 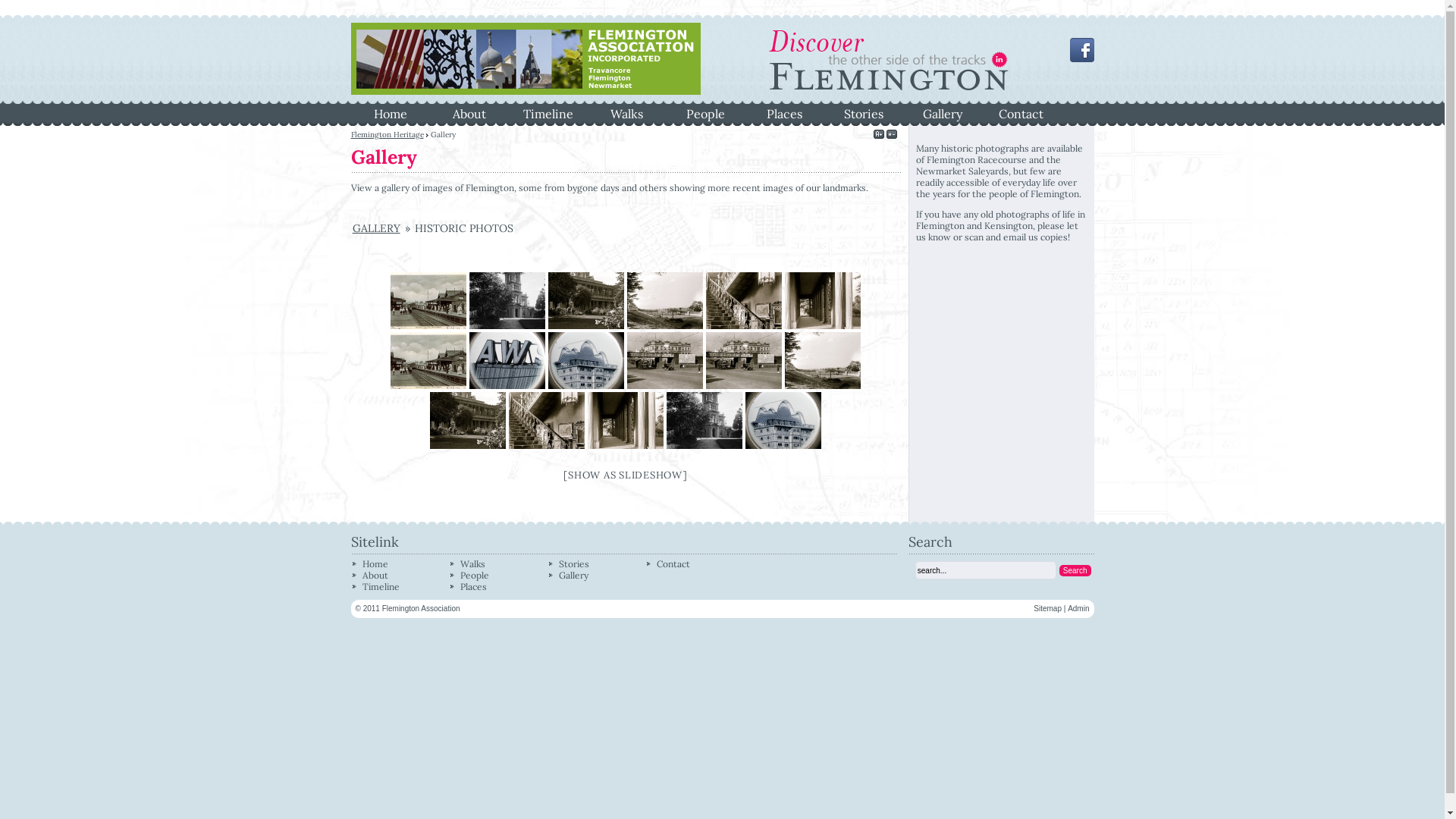 What do you see at coordinates (1074, 570) in the screenshot?
I see `'Search'` at bounding box center [1074, 570].